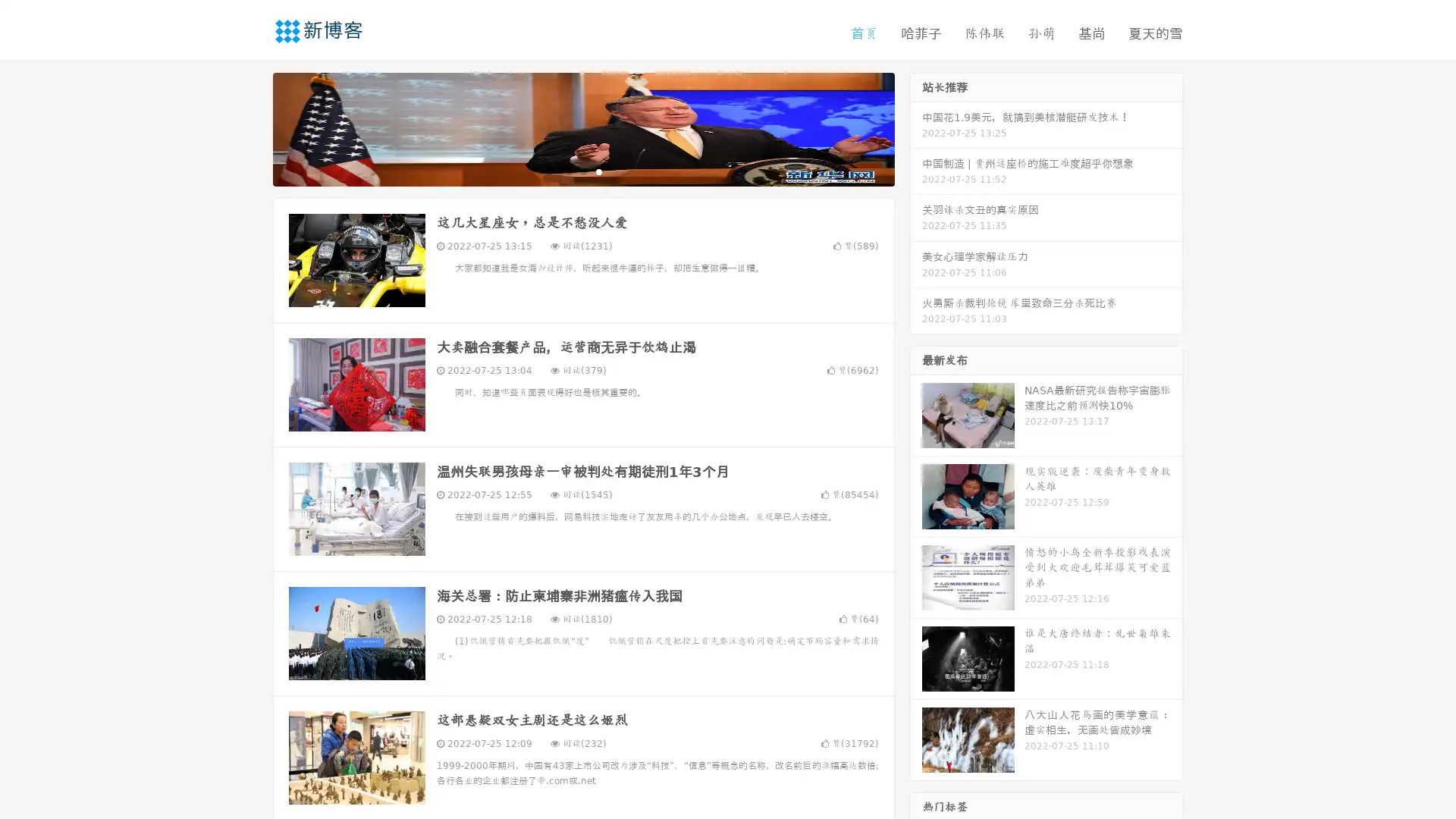 The height and width of the screenshot is (819, 1456). I want to click on Next slide, so click(916, 127).